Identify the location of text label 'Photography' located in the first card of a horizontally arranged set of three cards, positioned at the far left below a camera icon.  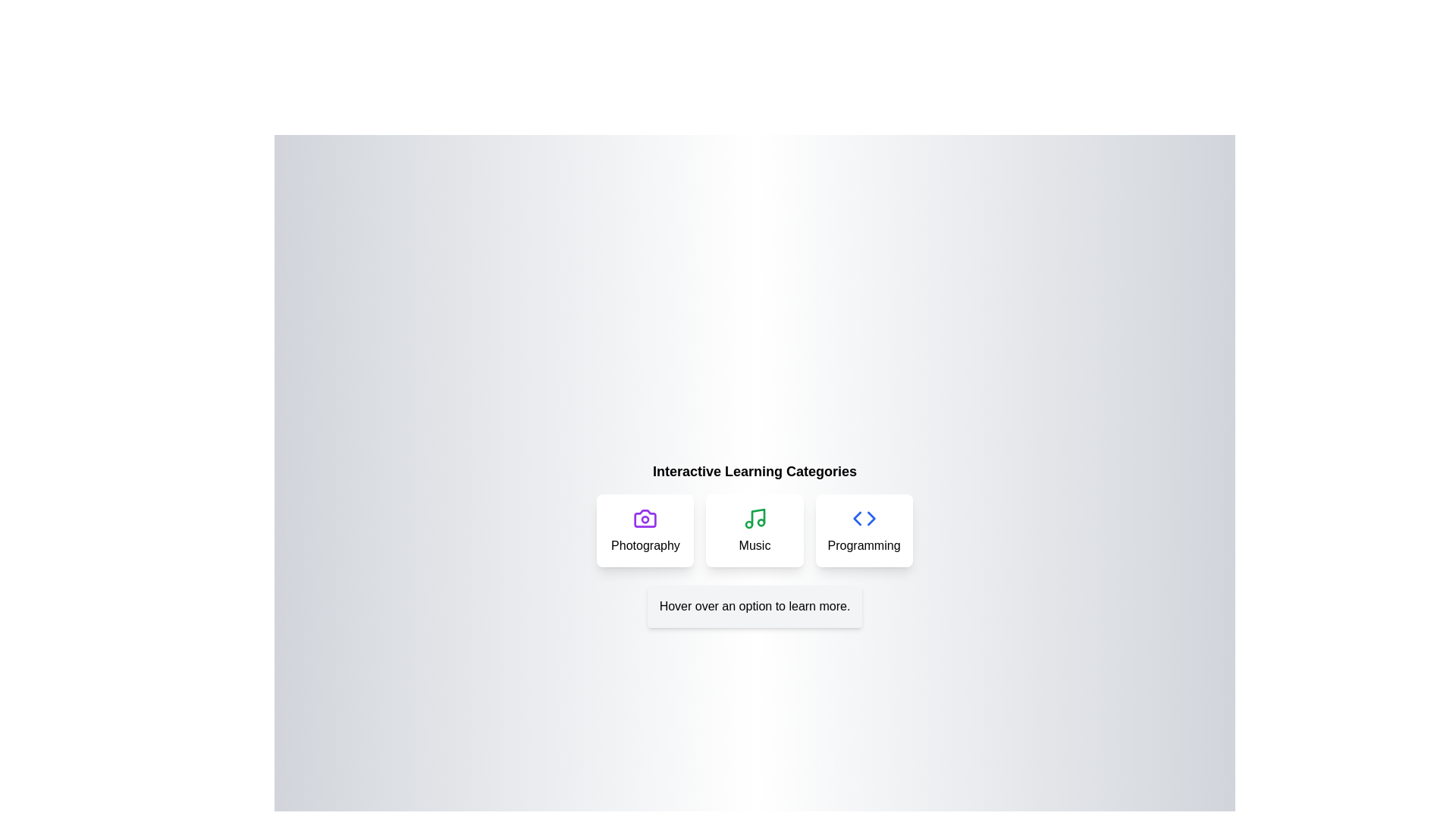
(645, 546).